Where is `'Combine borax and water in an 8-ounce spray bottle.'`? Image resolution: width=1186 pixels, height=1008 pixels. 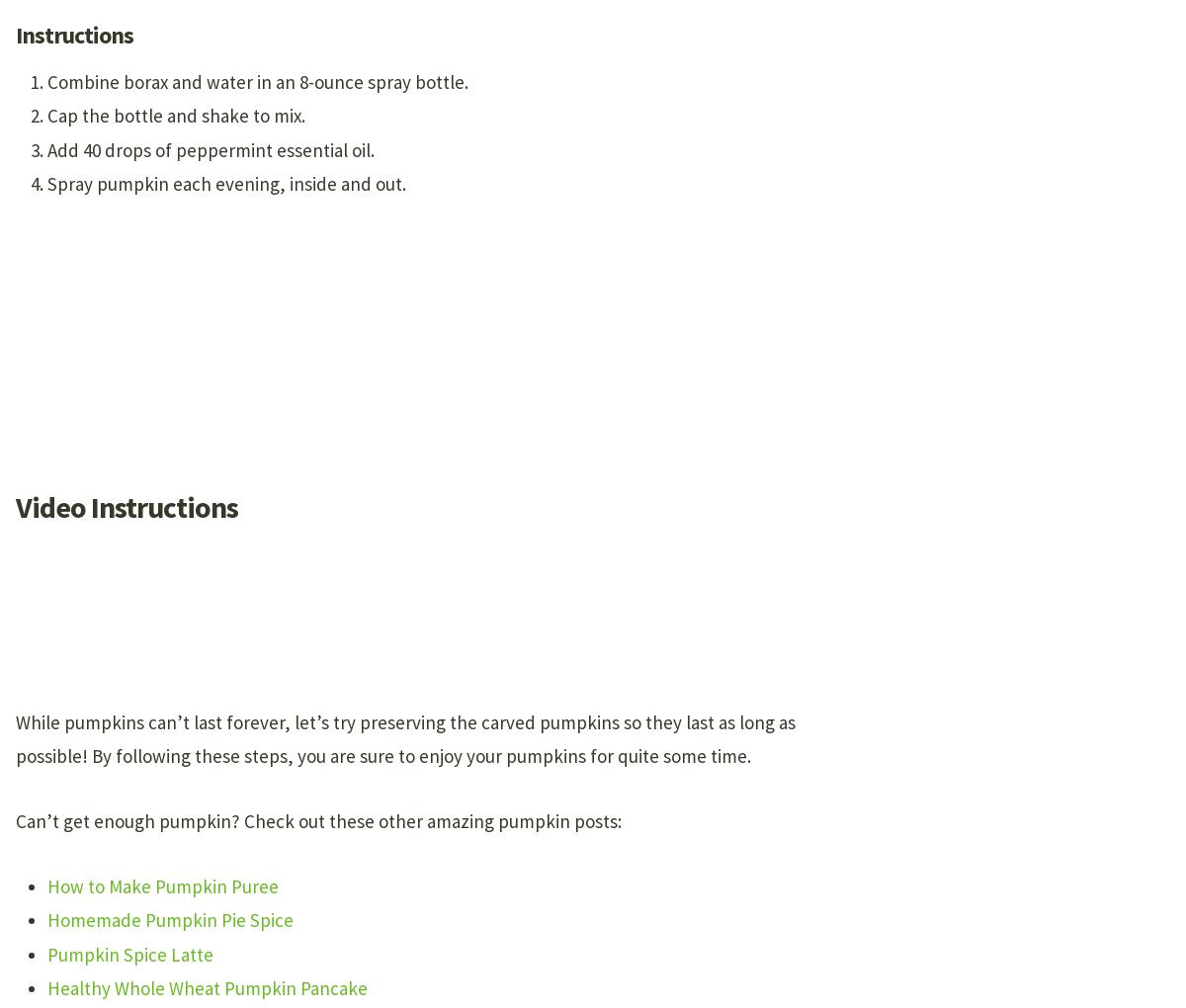
'Combine borax and water in an 8-ounce spray bottle.' is located at coordinates (47, 82).